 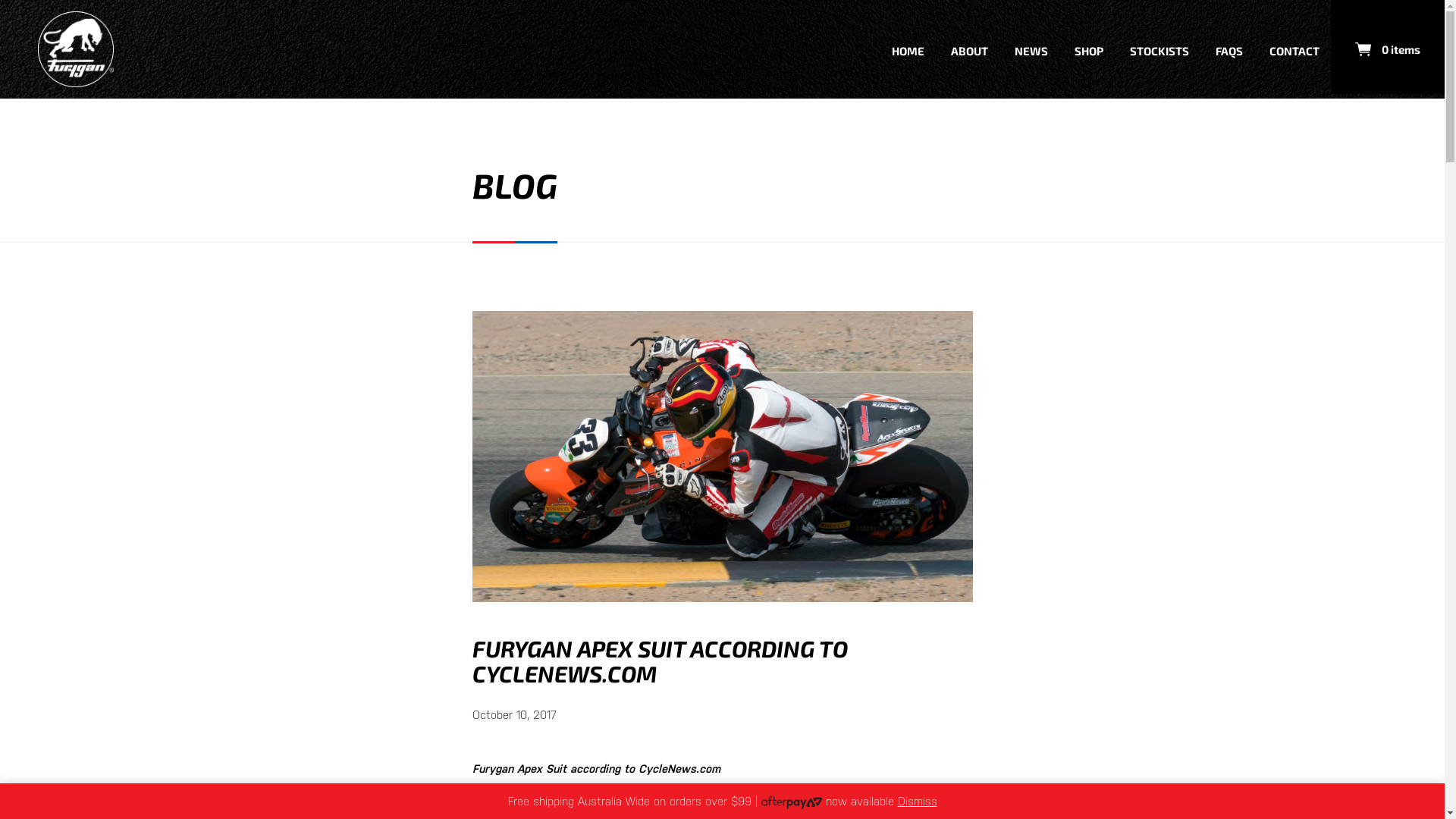 What do you see at coordinates (1269, 48) in the screenshot?
I see `'CONTACT'` at bounding box center [1269, 48].